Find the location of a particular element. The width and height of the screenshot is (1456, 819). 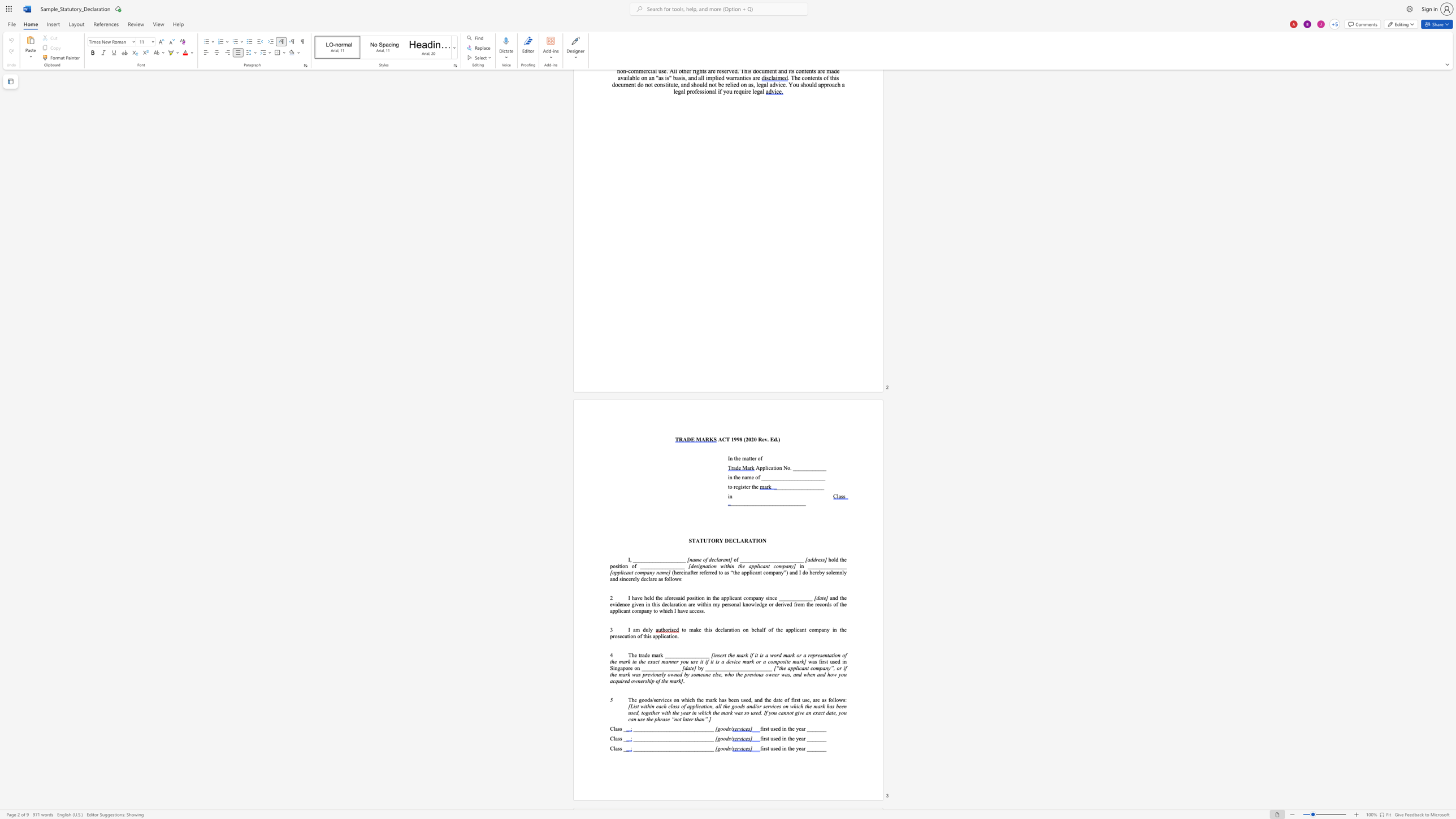

the 1th character "h" in the text is located at coordinates (791, 748).